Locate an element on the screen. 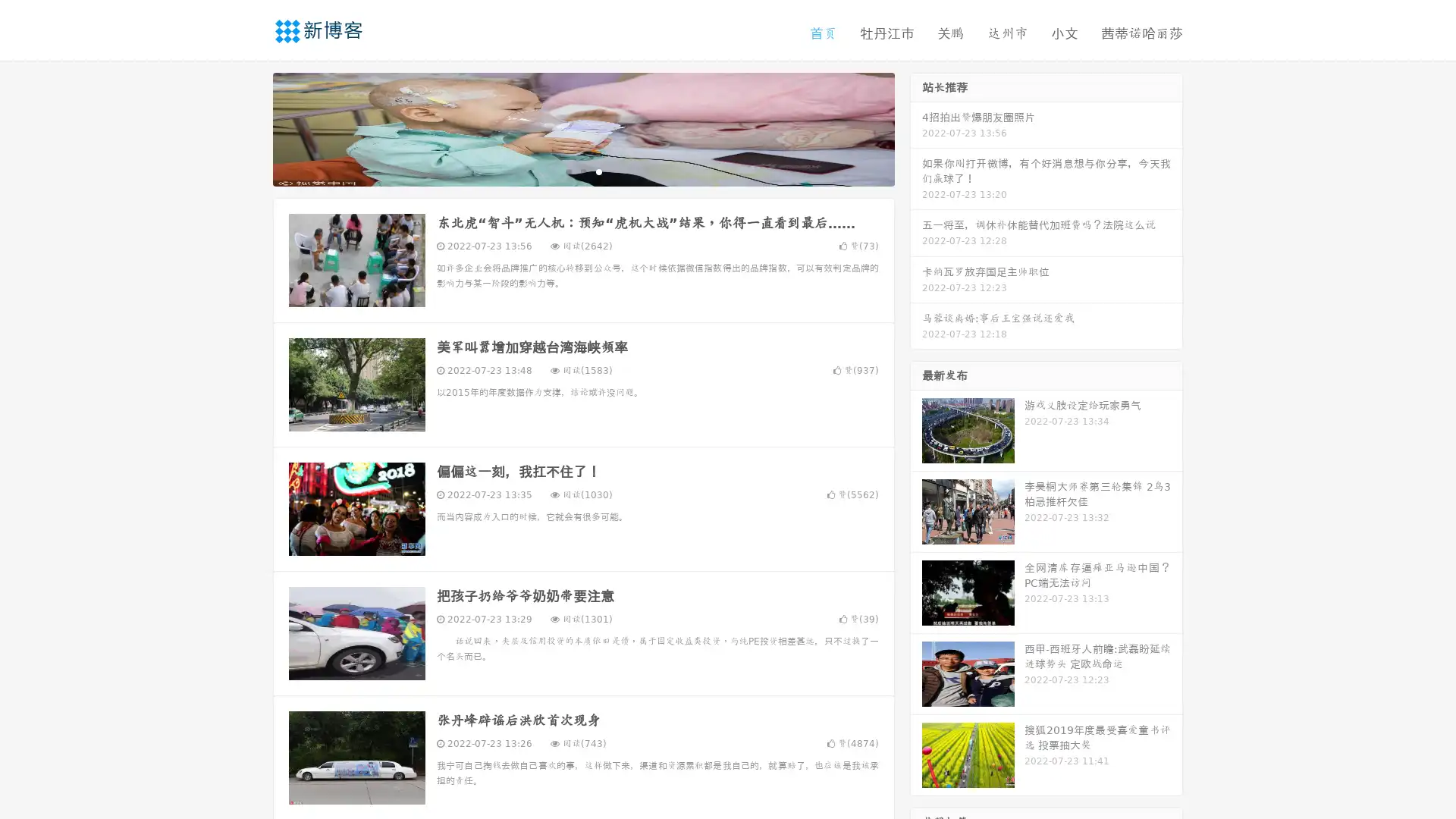  Next slide is located at coordinates (916, 127).